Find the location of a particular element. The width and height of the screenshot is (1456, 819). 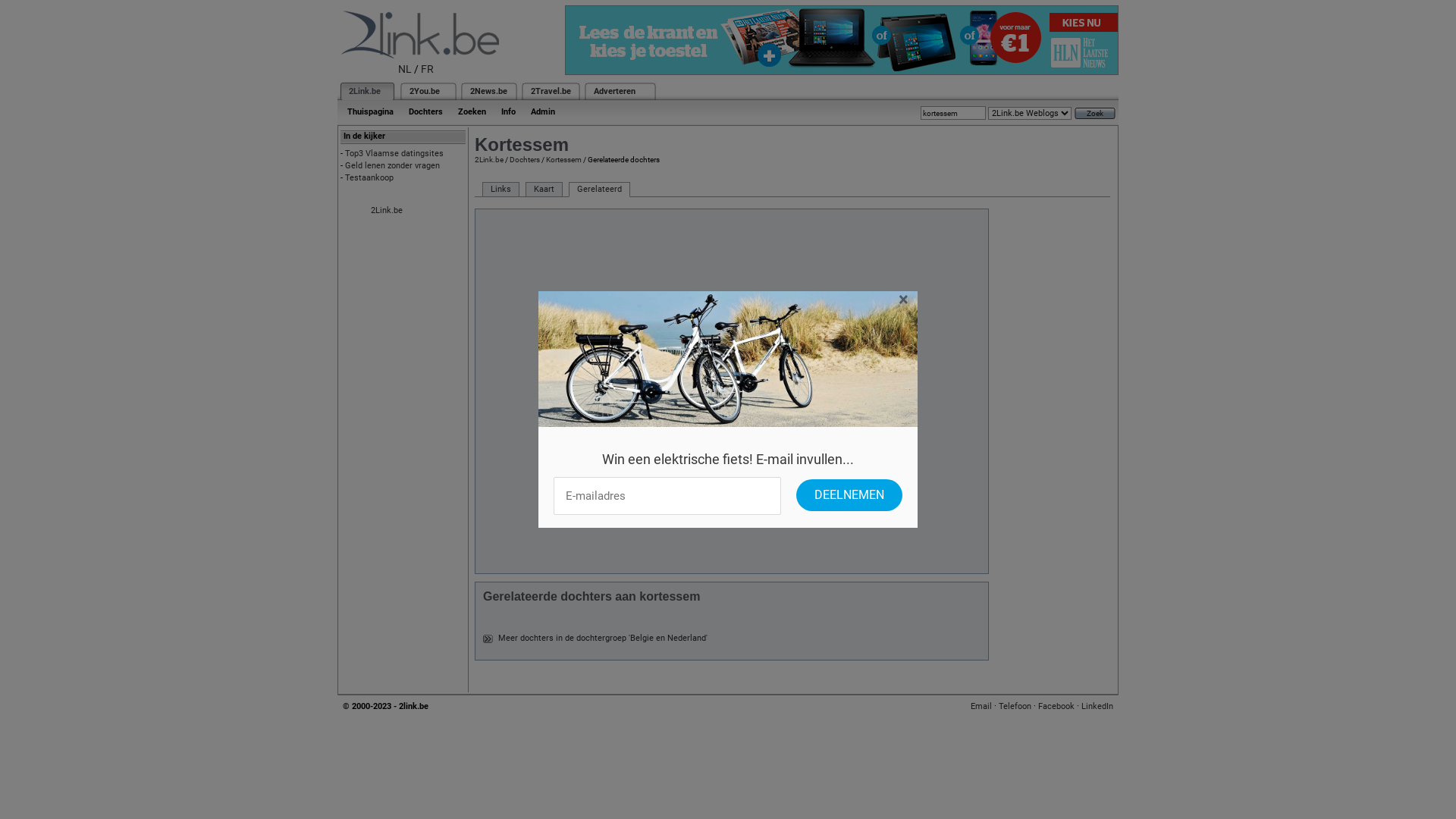

'Links' is located at coordinates (500, 189).